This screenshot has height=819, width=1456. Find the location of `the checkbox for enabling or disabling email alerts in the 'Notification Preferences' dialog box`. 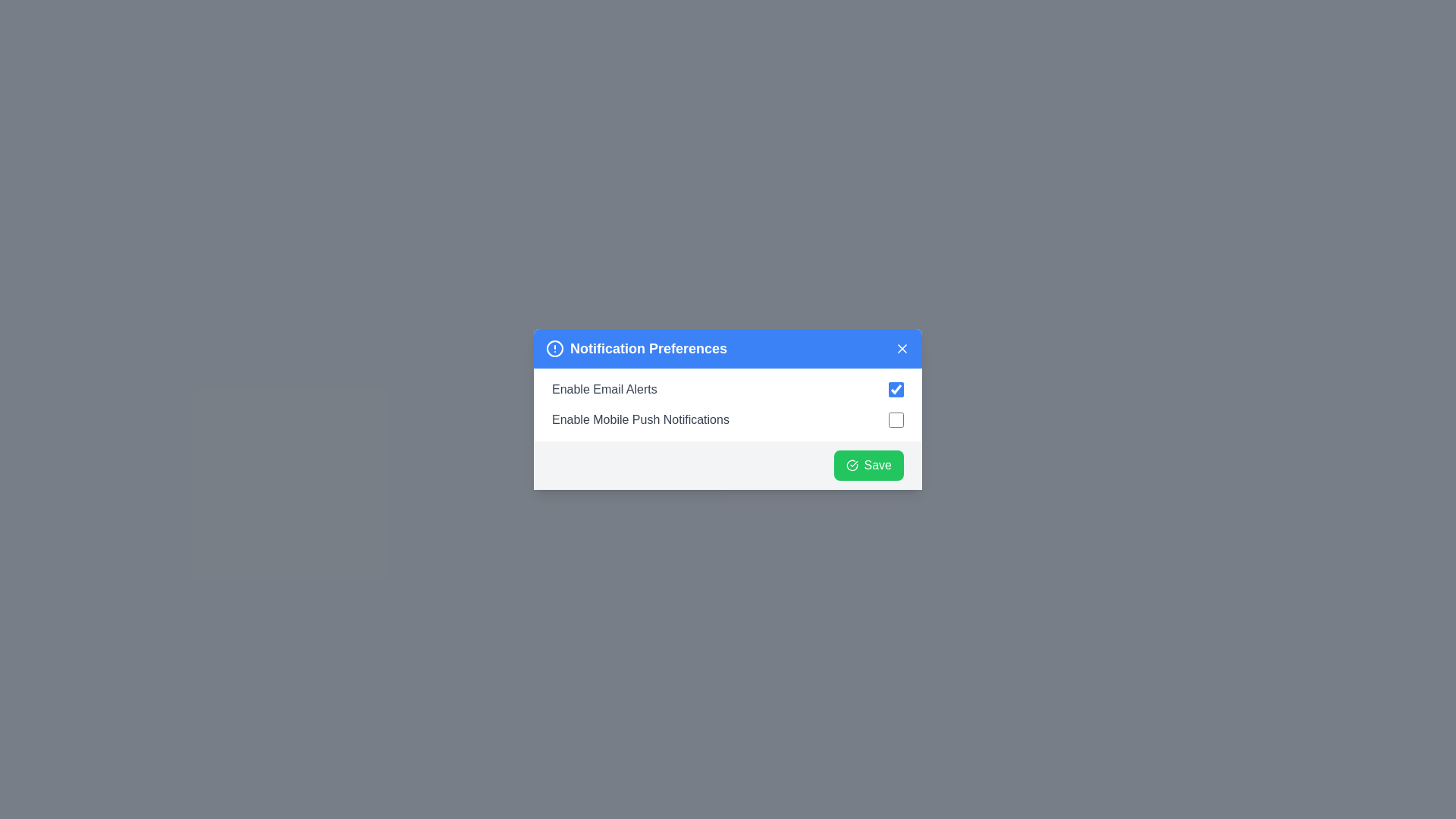

the checkbox for enabling or disabling email alerts in the 'Notification Preferences' dialog box is located at coordinates (728, 388).